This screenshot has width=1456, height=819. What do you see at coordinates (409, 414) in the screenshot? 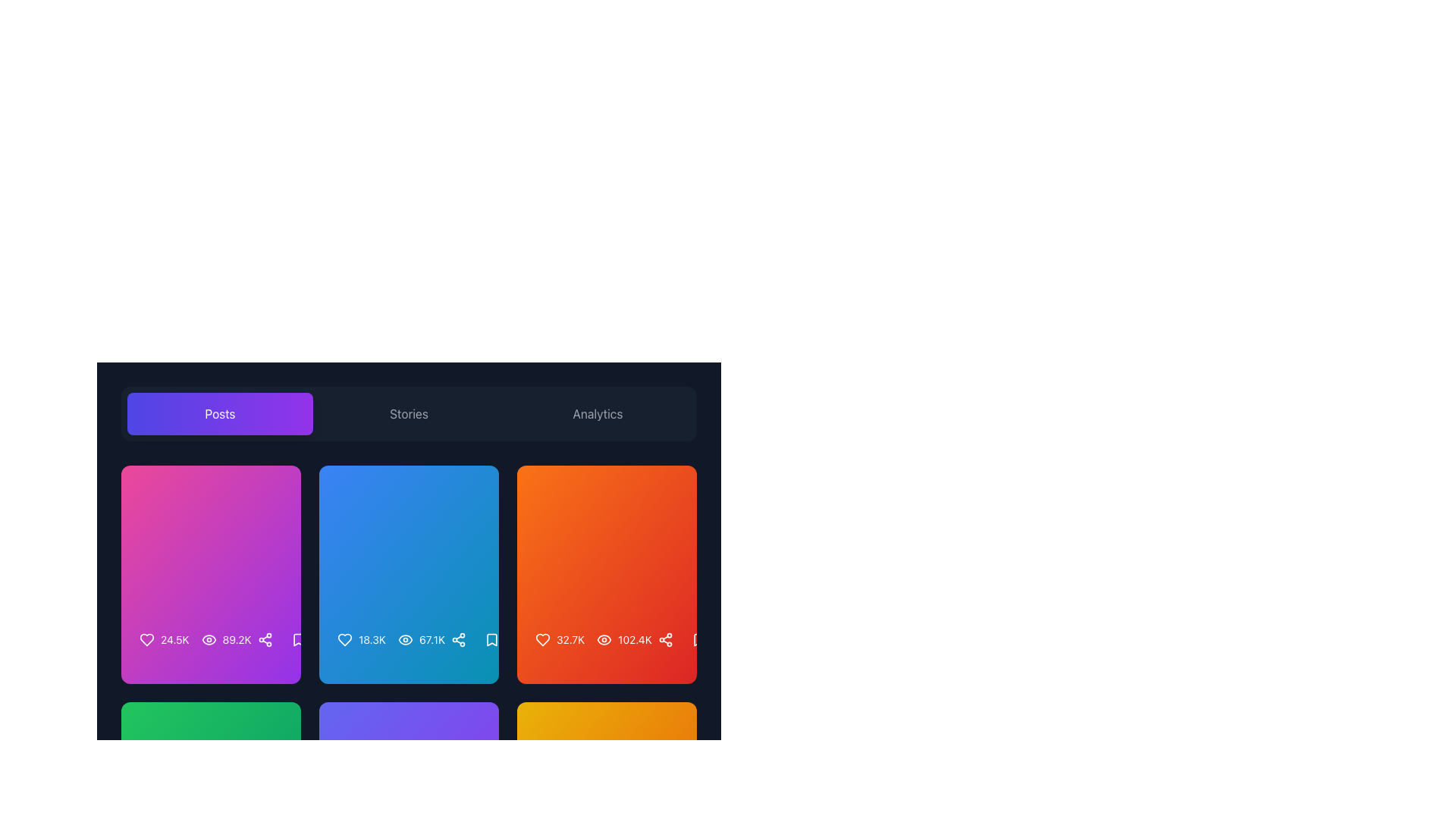
I see `the 'Stories' button, which is a rectangular button with light gray text on a dark background, located in the header section between the 'Posts' and 'Analytics' buttons` at bounding box center [409, 414].